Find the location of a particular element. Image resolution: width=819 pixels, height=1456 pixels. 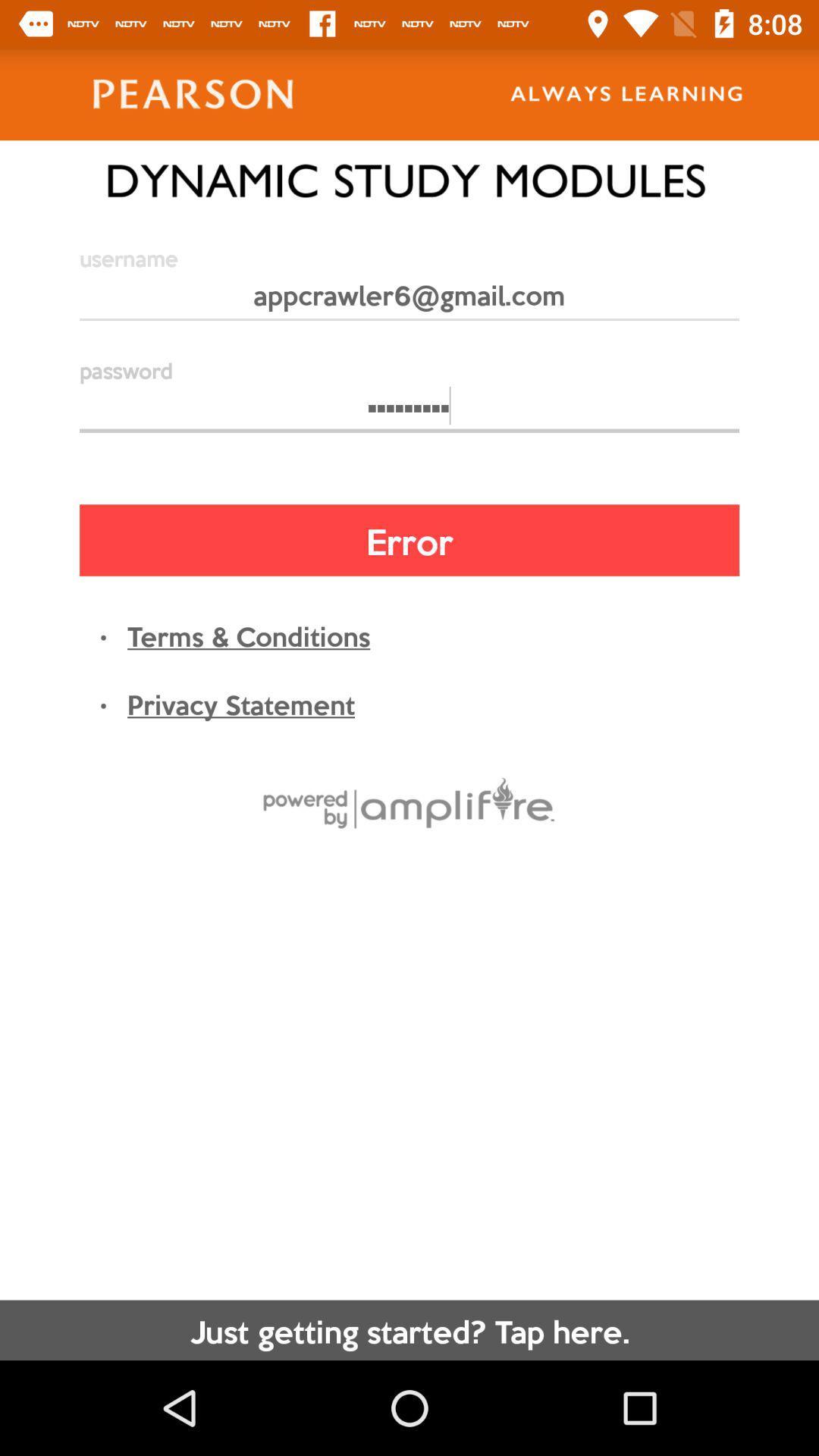

the item below appcrawler6@gmail.com icon is located at coordinates (409, 413).